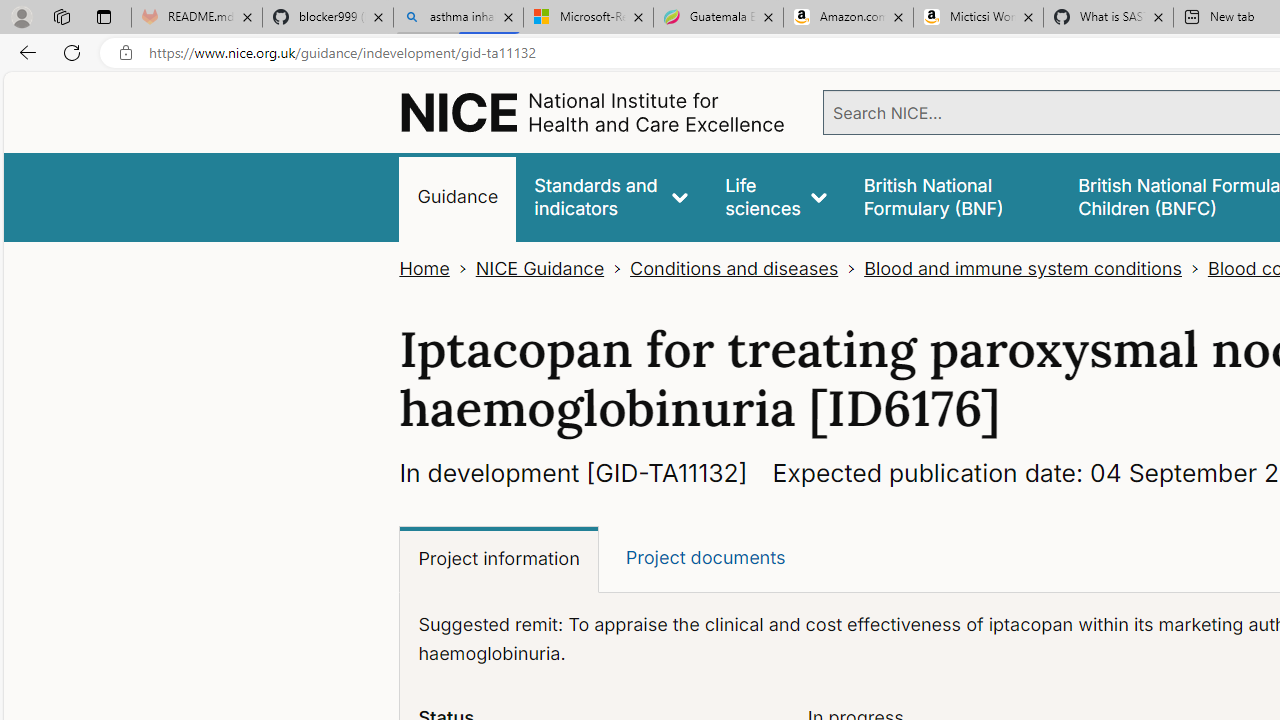  Describe the element at coordinates (775, 197) in the screenshot. I see `'Life sciences'` at that location.